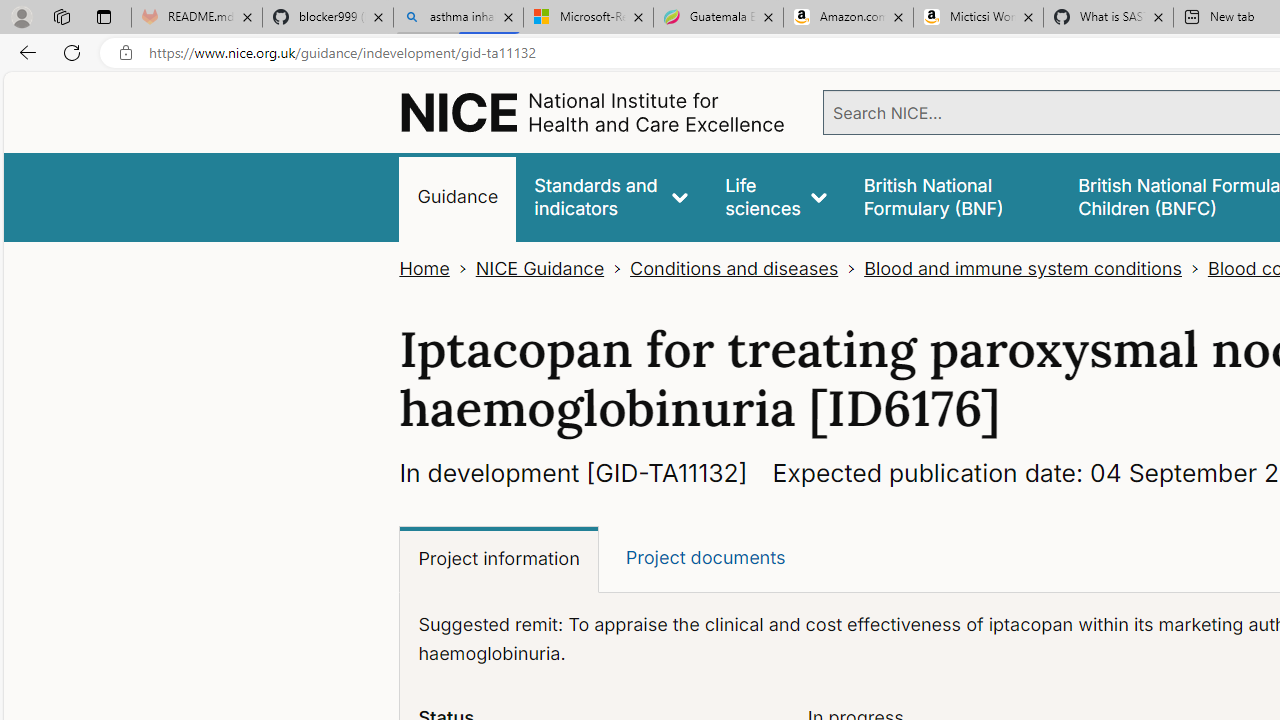  Describe the element at coordinates (775, 197) in the screenshot. I see `'Life sciences'` at that location.